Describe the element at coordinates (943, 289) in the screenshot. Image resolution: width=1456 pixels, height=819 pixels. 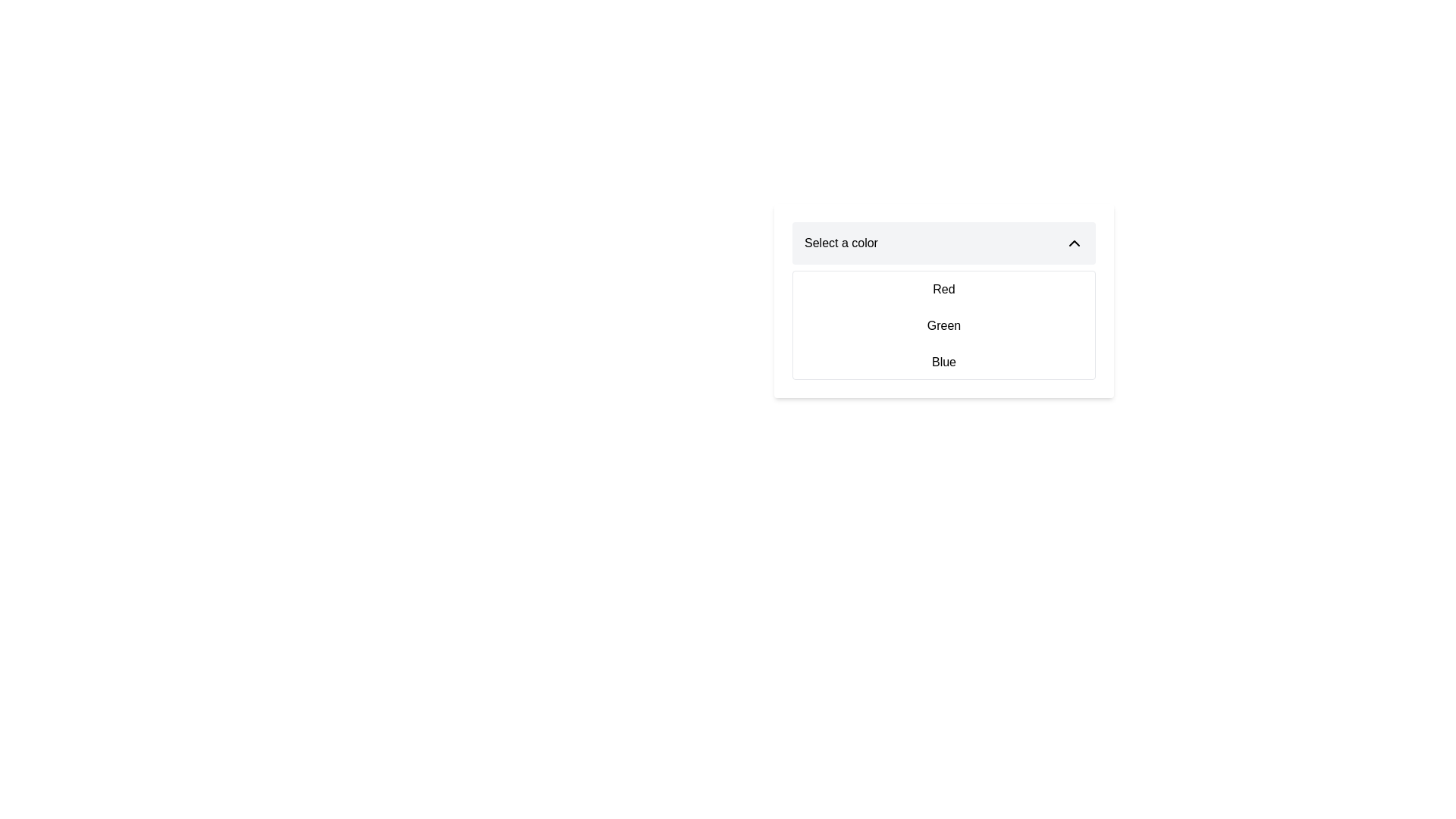
I see `the first item 'Red' in the dropdown list` at that location.